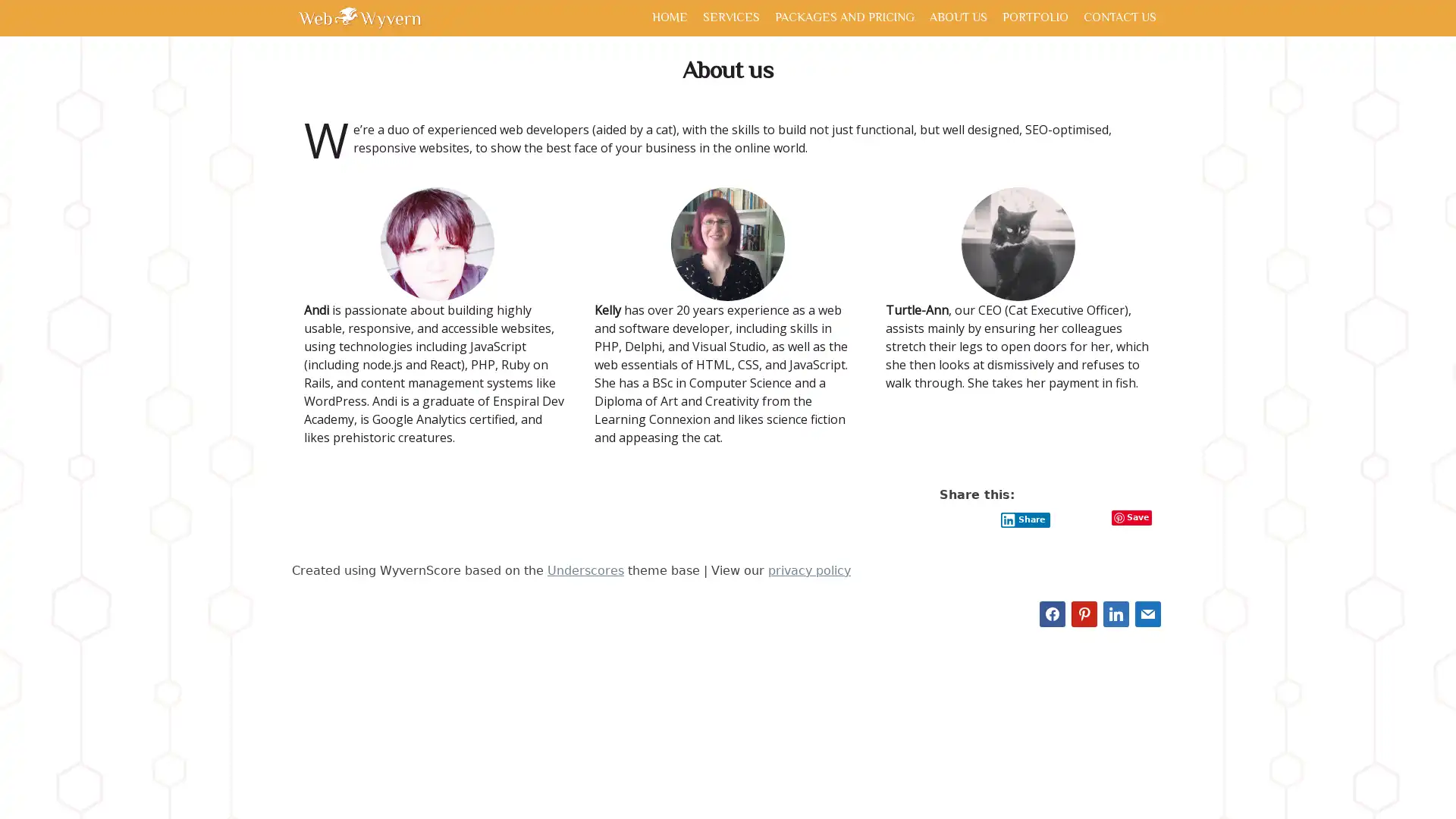  I want to click on Share, so click(1025, 519).